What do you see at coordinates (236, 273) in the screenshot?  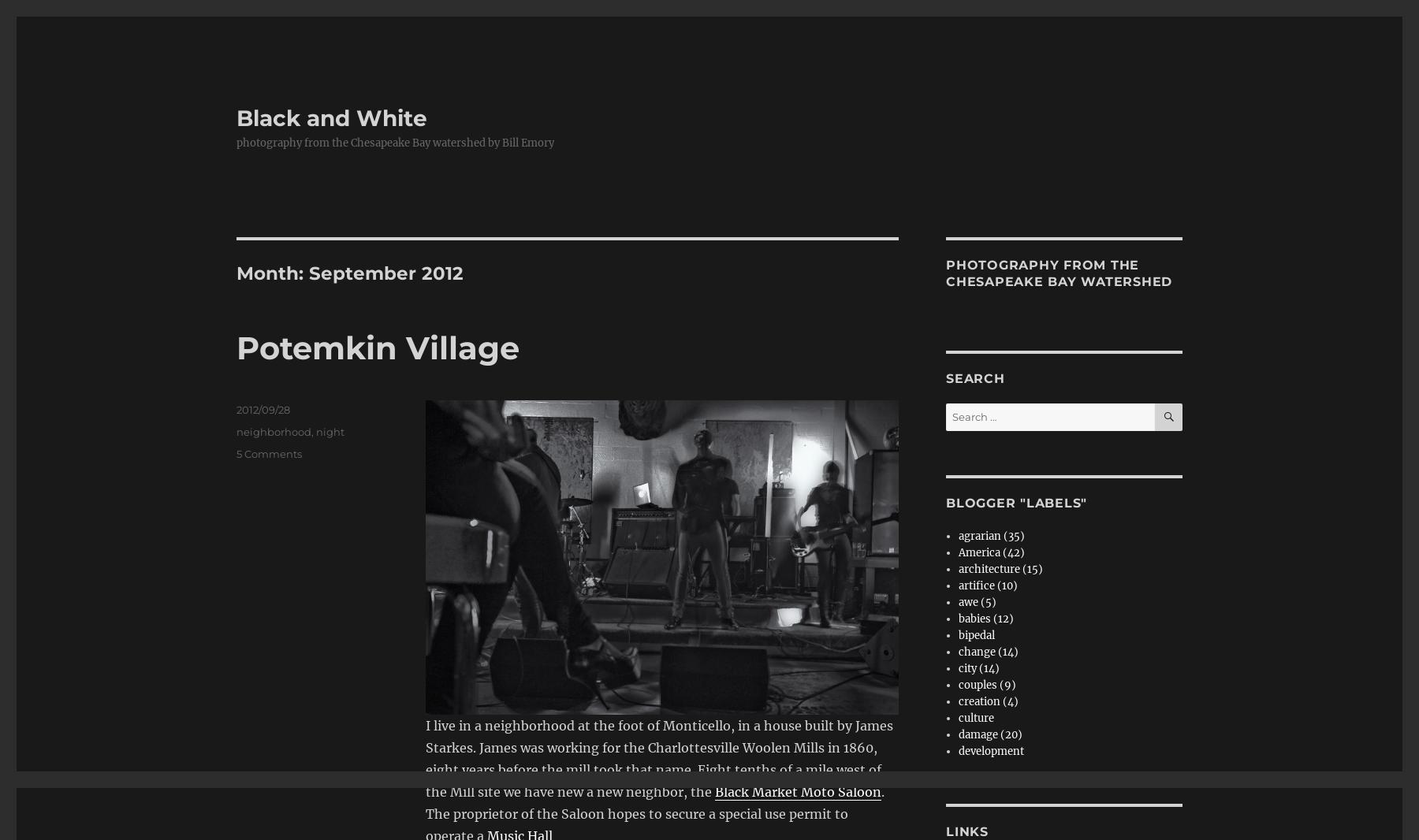 I see `'Month:'` at bounding box center [236, 273].